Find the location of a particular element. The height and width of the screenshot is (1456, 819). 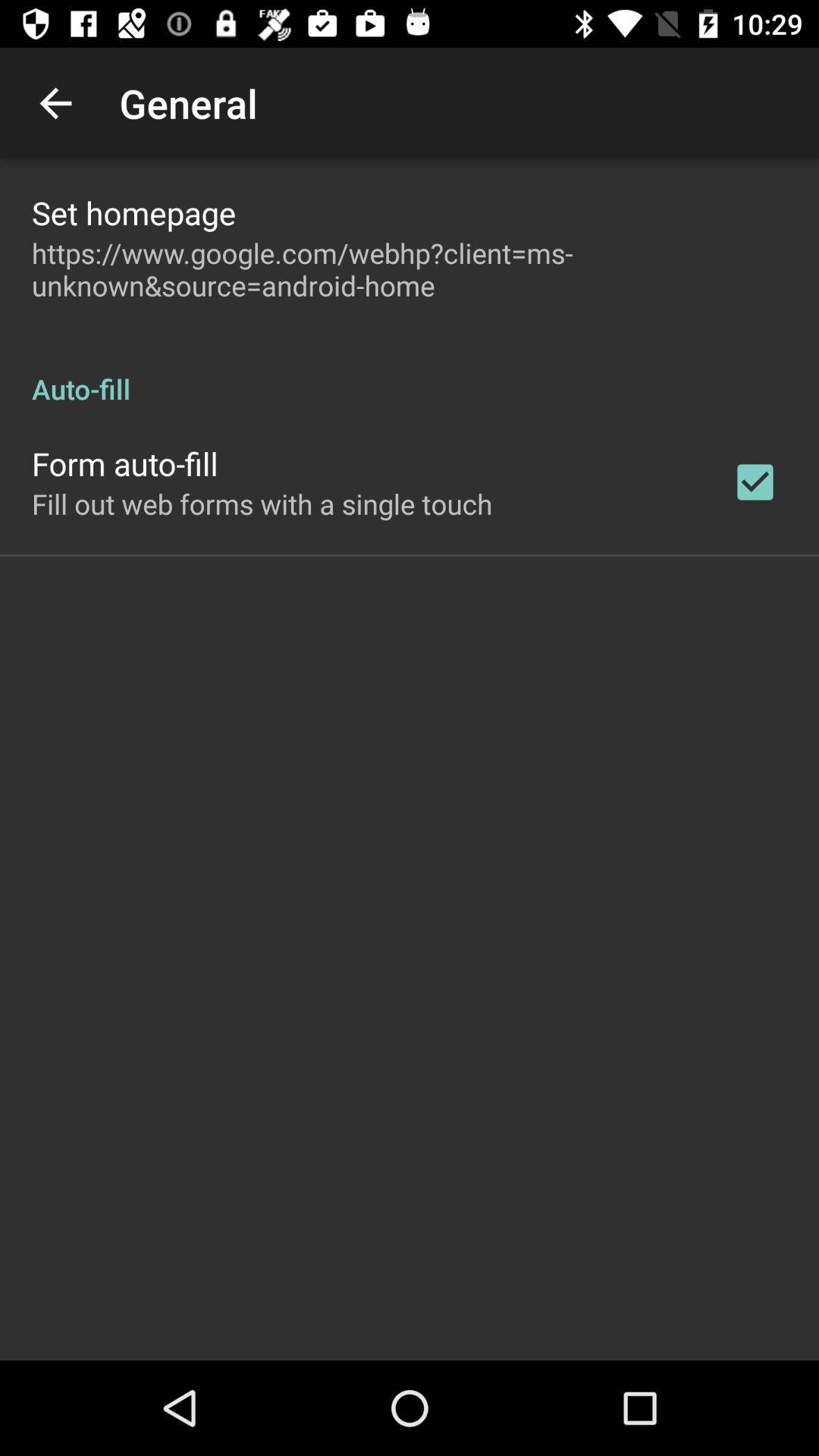

item above the https www google icon is located at coordinates (133, 212).